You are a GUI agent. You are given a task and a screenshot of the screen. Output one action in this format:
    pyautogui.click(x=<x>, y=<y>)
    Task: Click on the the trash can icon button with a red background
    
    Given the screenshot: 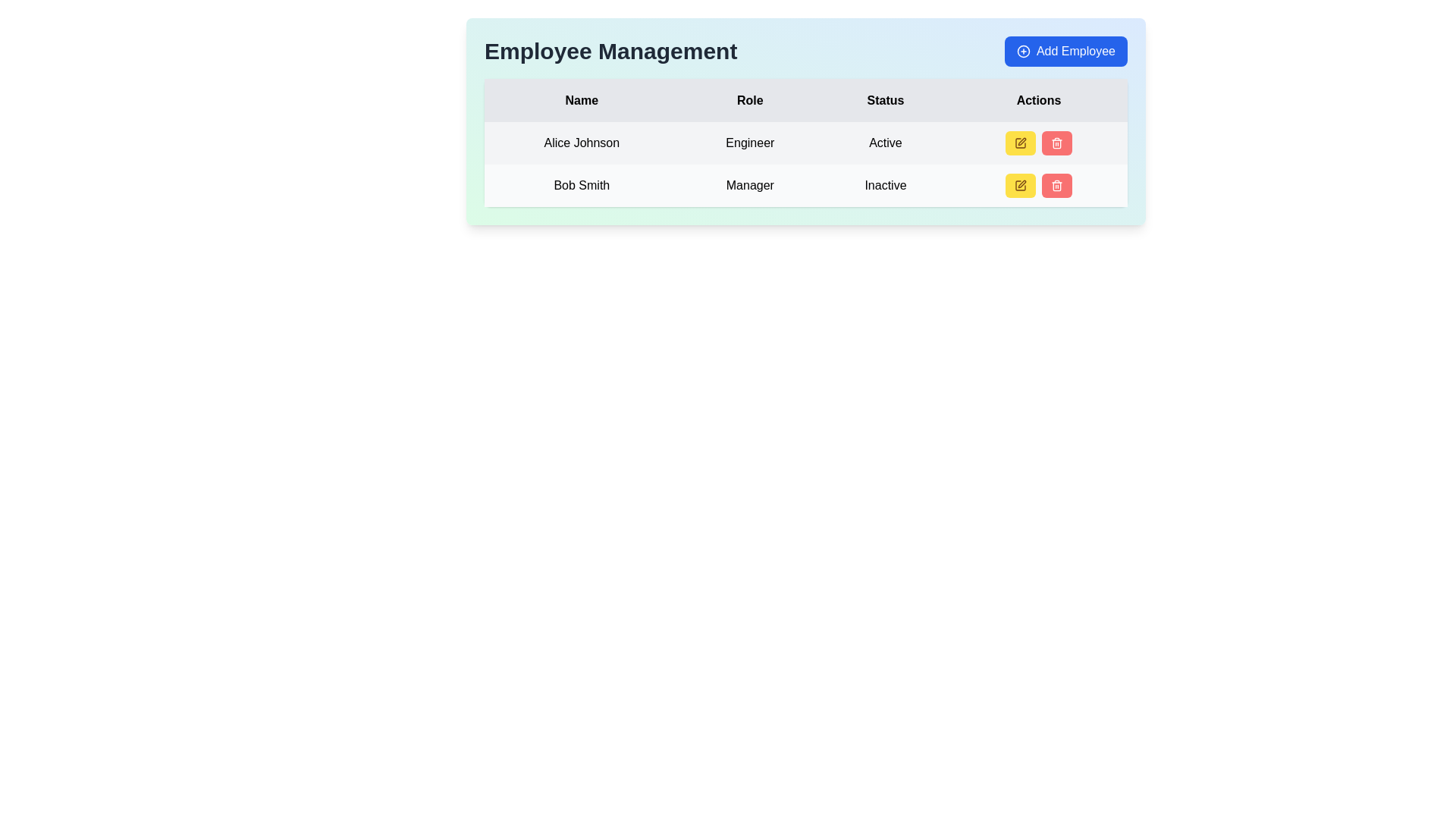 What is the action you would take?
    pyautogui.click(x=1056, y=143)
    